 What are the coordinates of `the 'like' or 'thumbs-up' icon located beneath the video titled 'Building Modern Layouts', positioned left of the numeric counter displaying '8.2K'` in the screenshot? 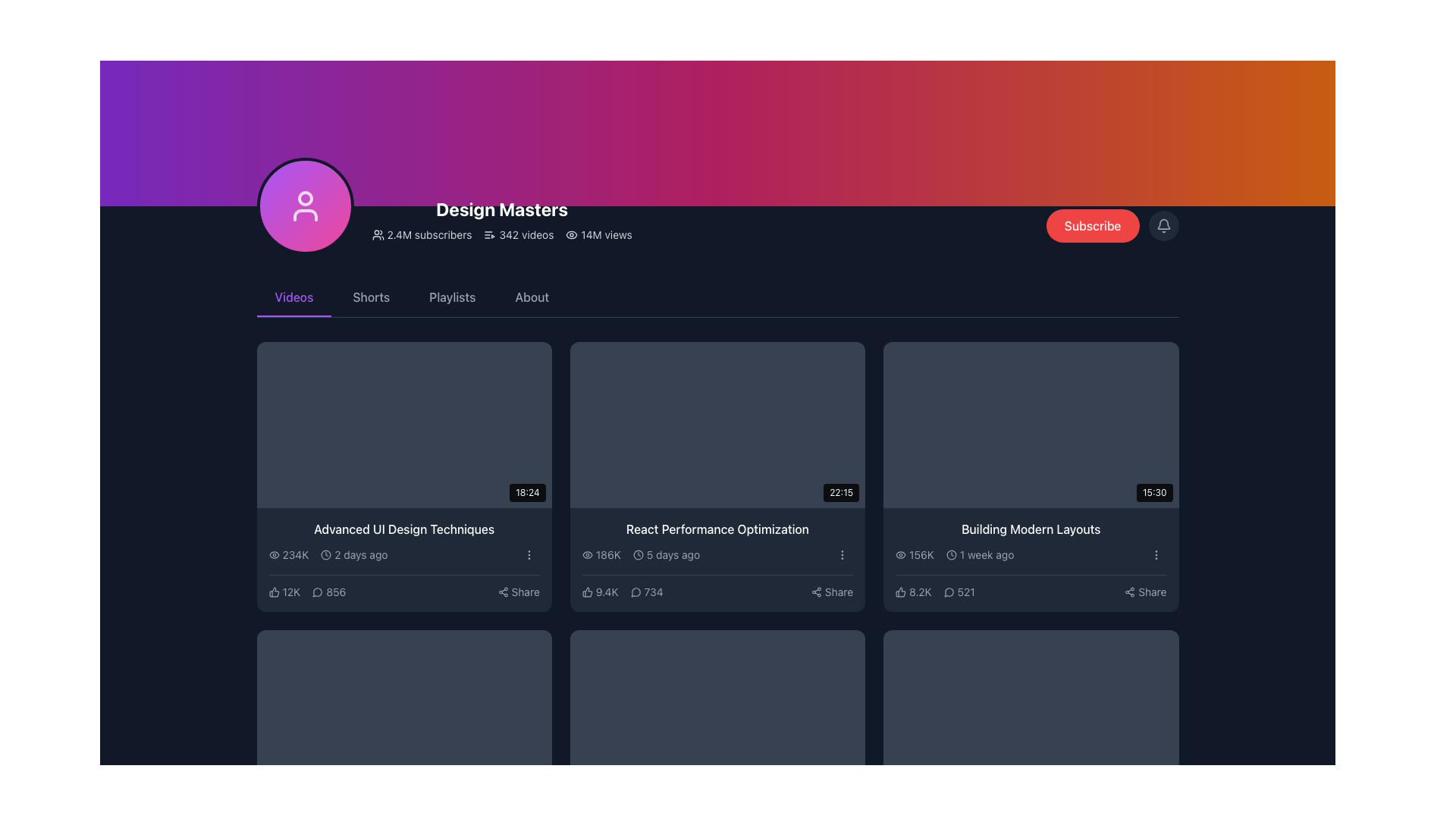 It's located at (901, 591).